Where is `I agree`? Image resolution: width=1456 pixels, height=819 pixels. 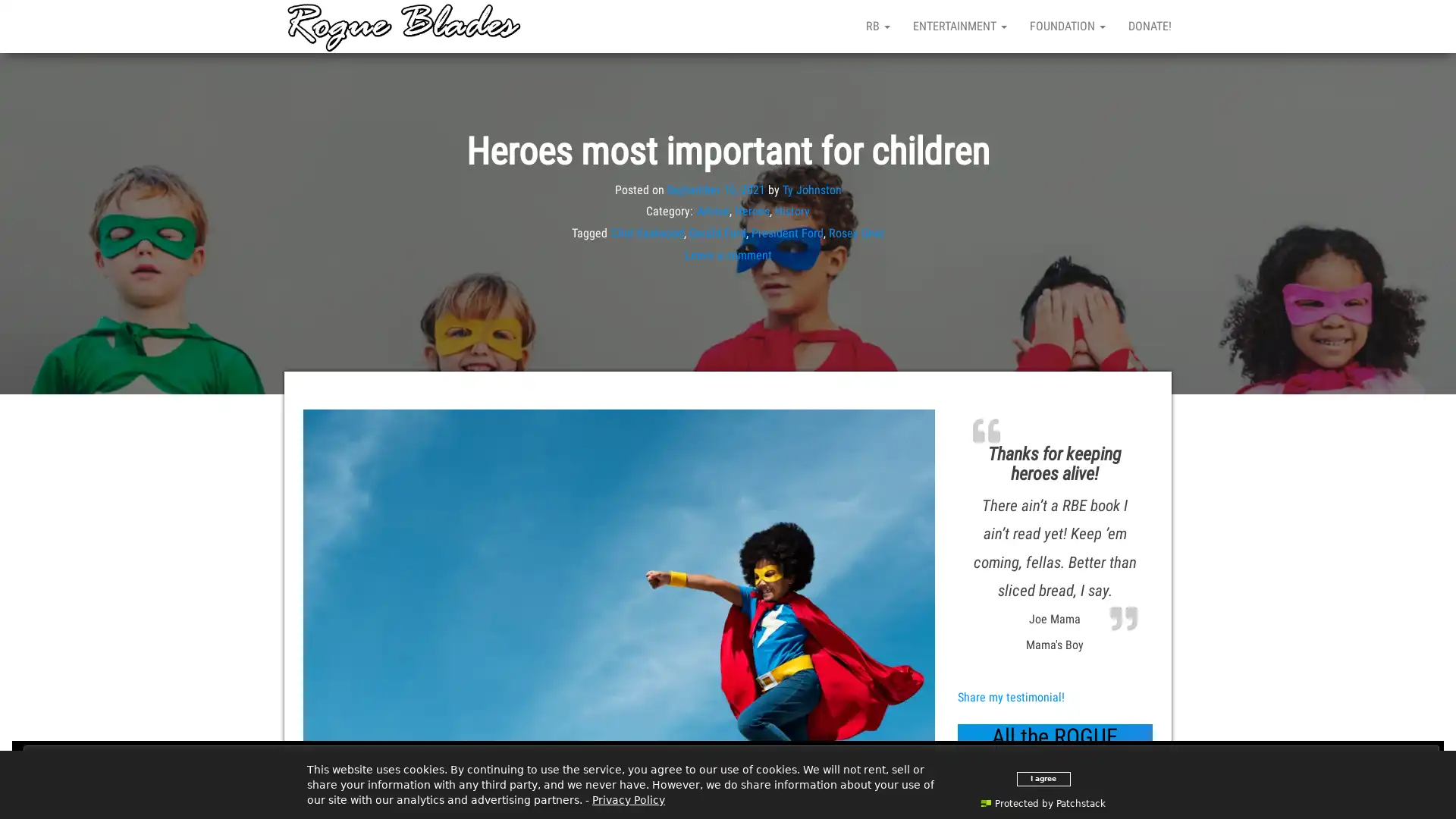
I agree is located at coordinates (1042, 778).